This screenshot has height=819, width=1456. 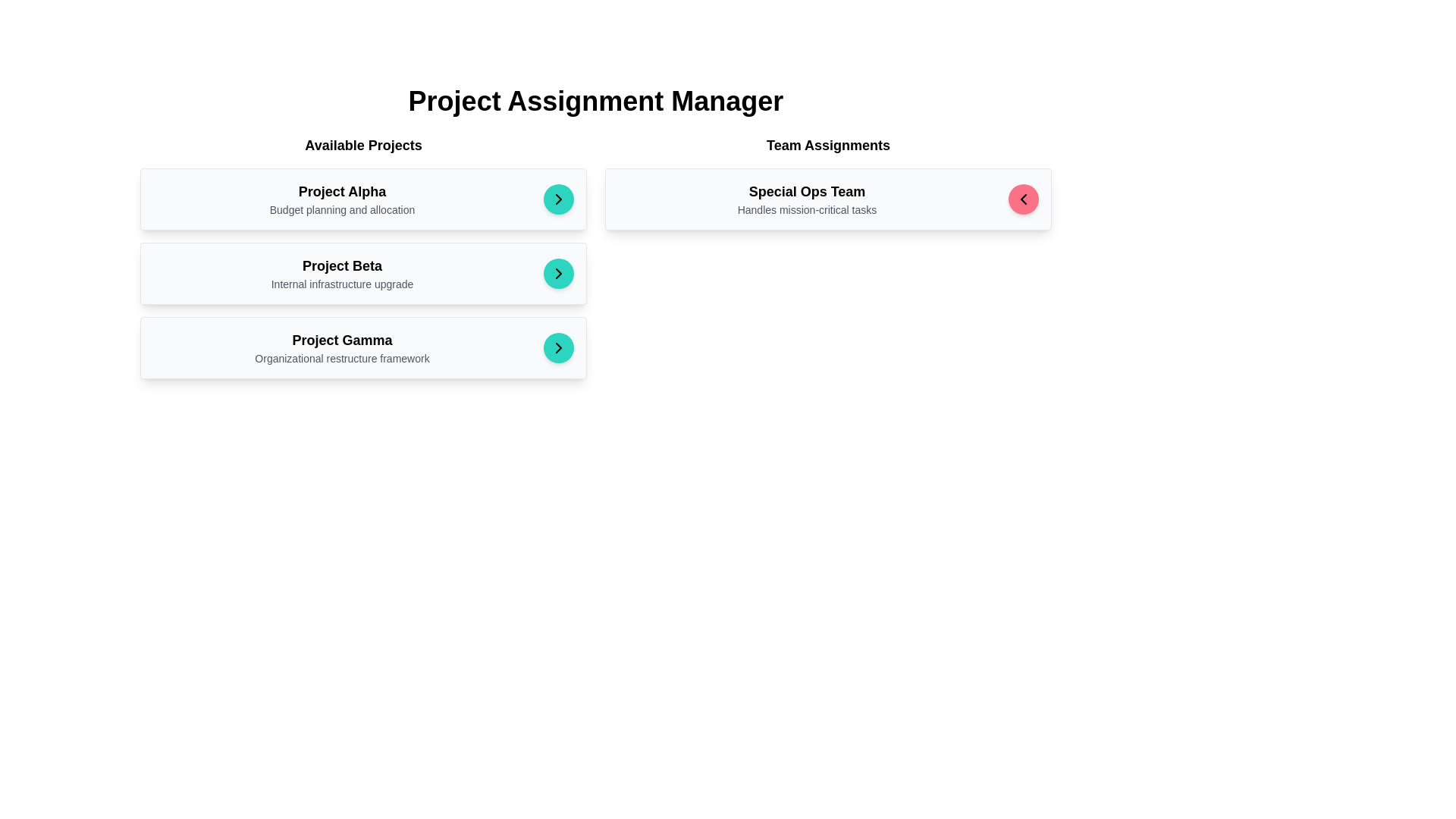 What do you see at coordinates (558, 348) in the screenshot?
I see `the circular teal button with a rightward-pointing chevron icon located in the bottom-right corner of the 'Project Gamma' card` at bounding box center [558, 348].